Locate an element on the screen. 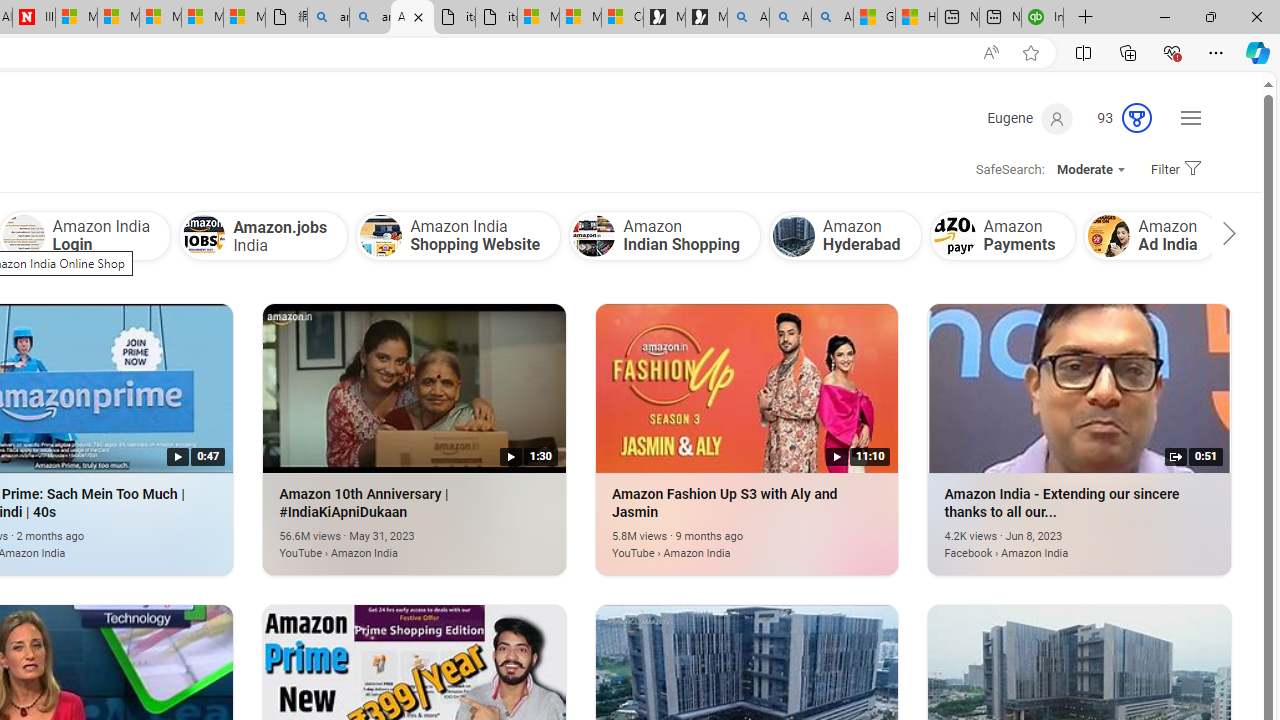  'AutomationID: rh_meter' is located at coordinates (1137, 118).